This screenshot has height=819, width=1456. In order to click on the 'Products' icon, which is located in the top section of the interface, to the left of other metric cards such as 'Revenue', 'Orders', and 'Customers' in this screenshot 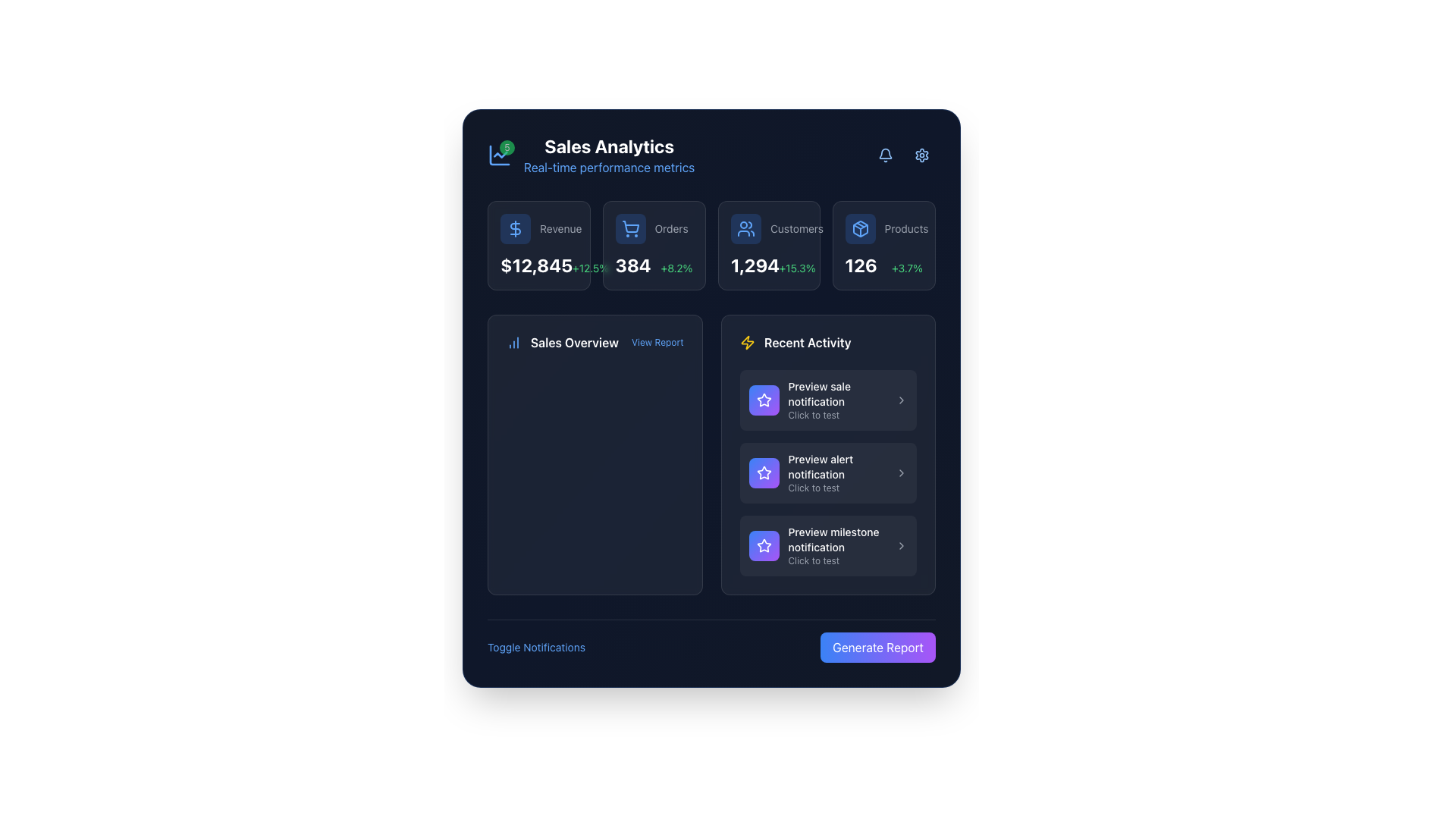, I will do `click(861, 228)`.